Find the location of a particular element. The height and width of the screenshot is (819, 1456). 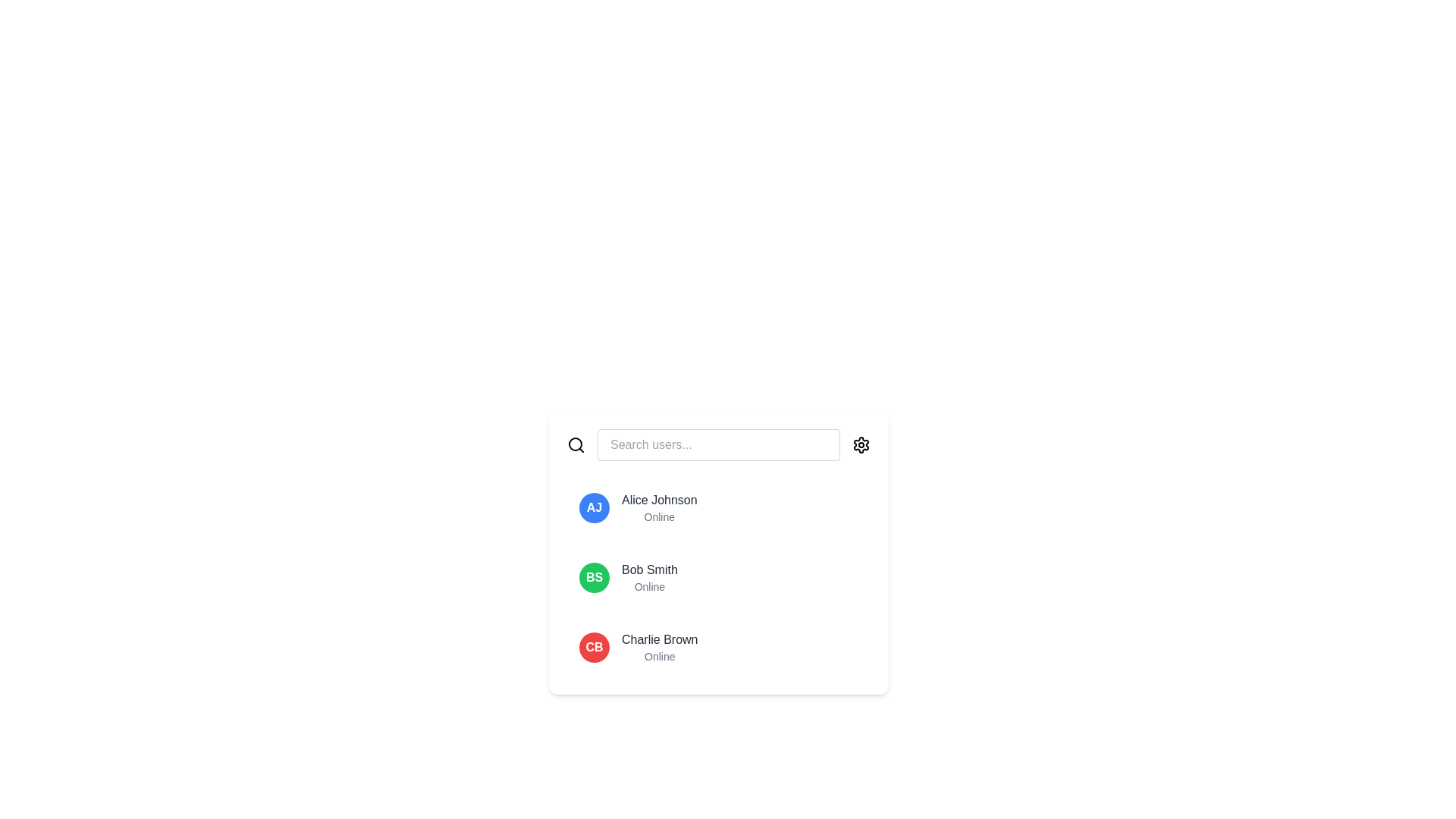

the user profile entry located at the third position is located at coordinates (718, 647).